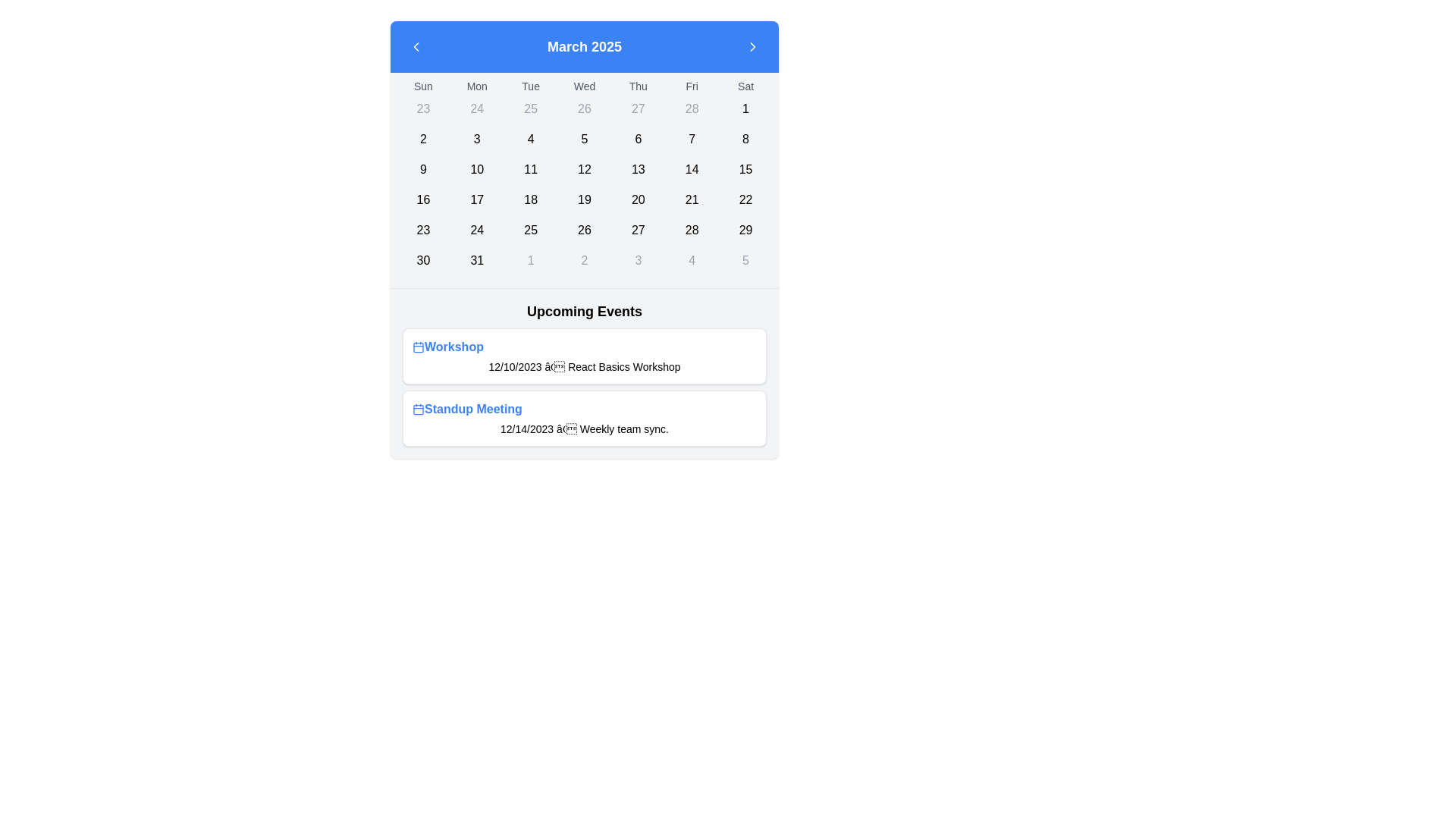 This screenshot has width=1456, height=819. I want to click on the button displaying the number '21' located in the grid section of the calendar under the 'Fri' column, so click(691, 199).